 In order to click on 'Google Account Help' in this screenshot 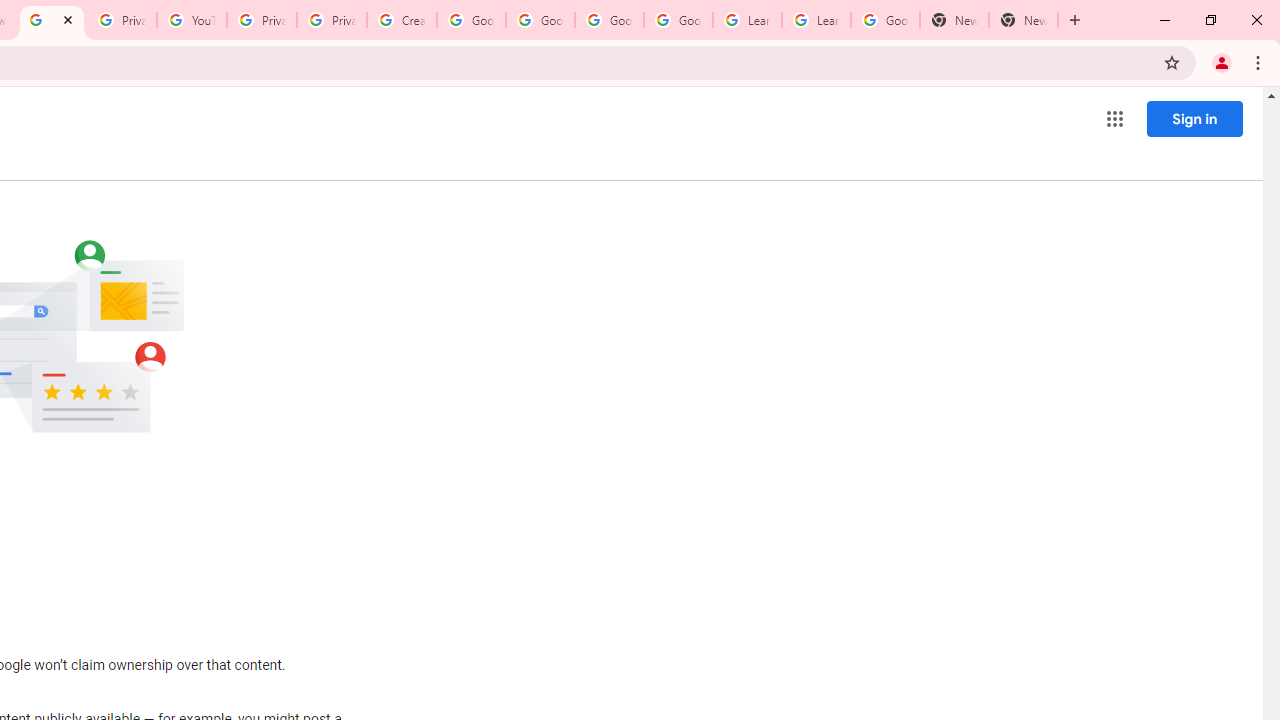, I will do `click(470, 20)`.